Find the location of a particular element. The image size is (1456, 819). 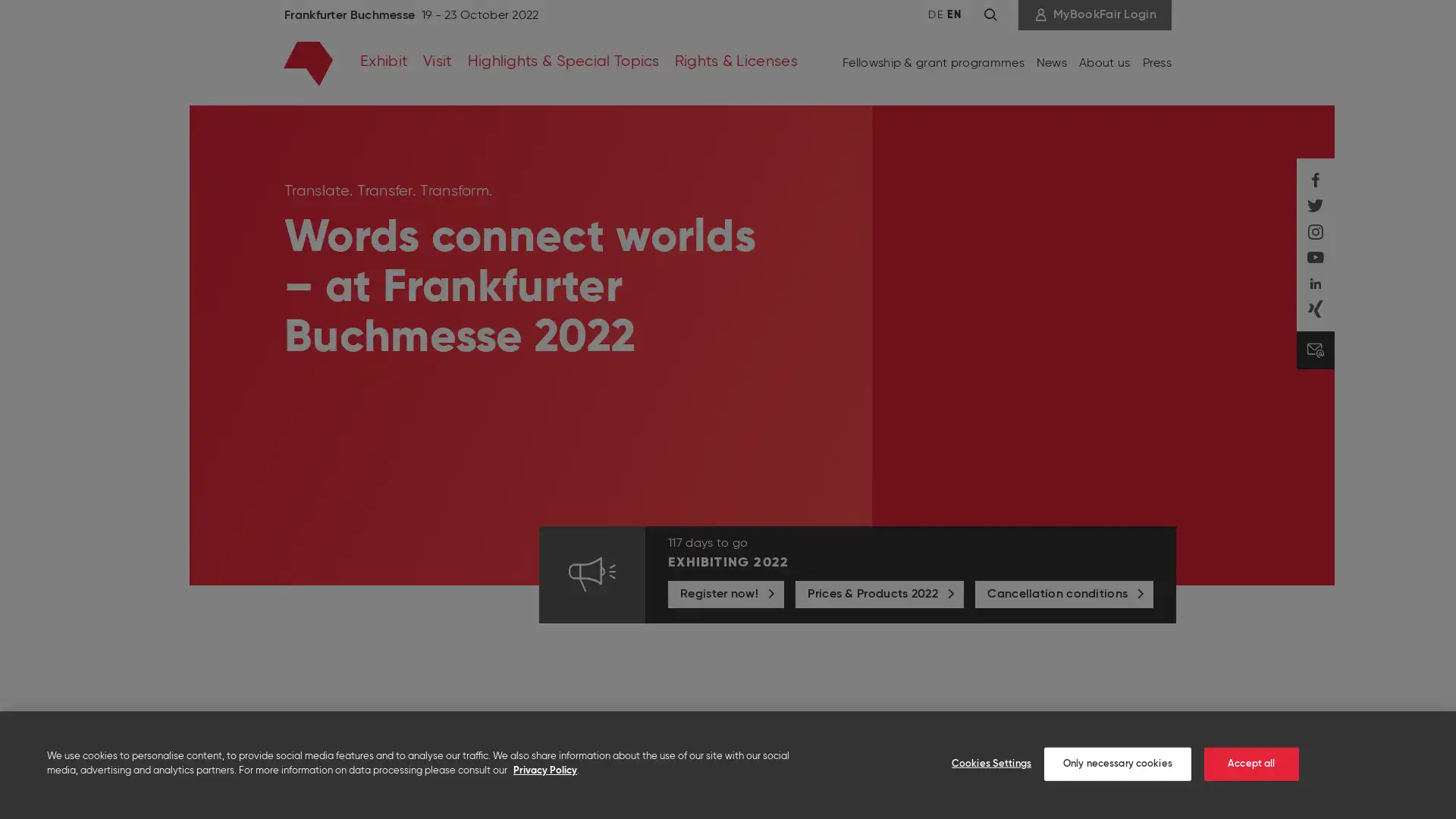

Accept all is located at coordinates (1250, 763).